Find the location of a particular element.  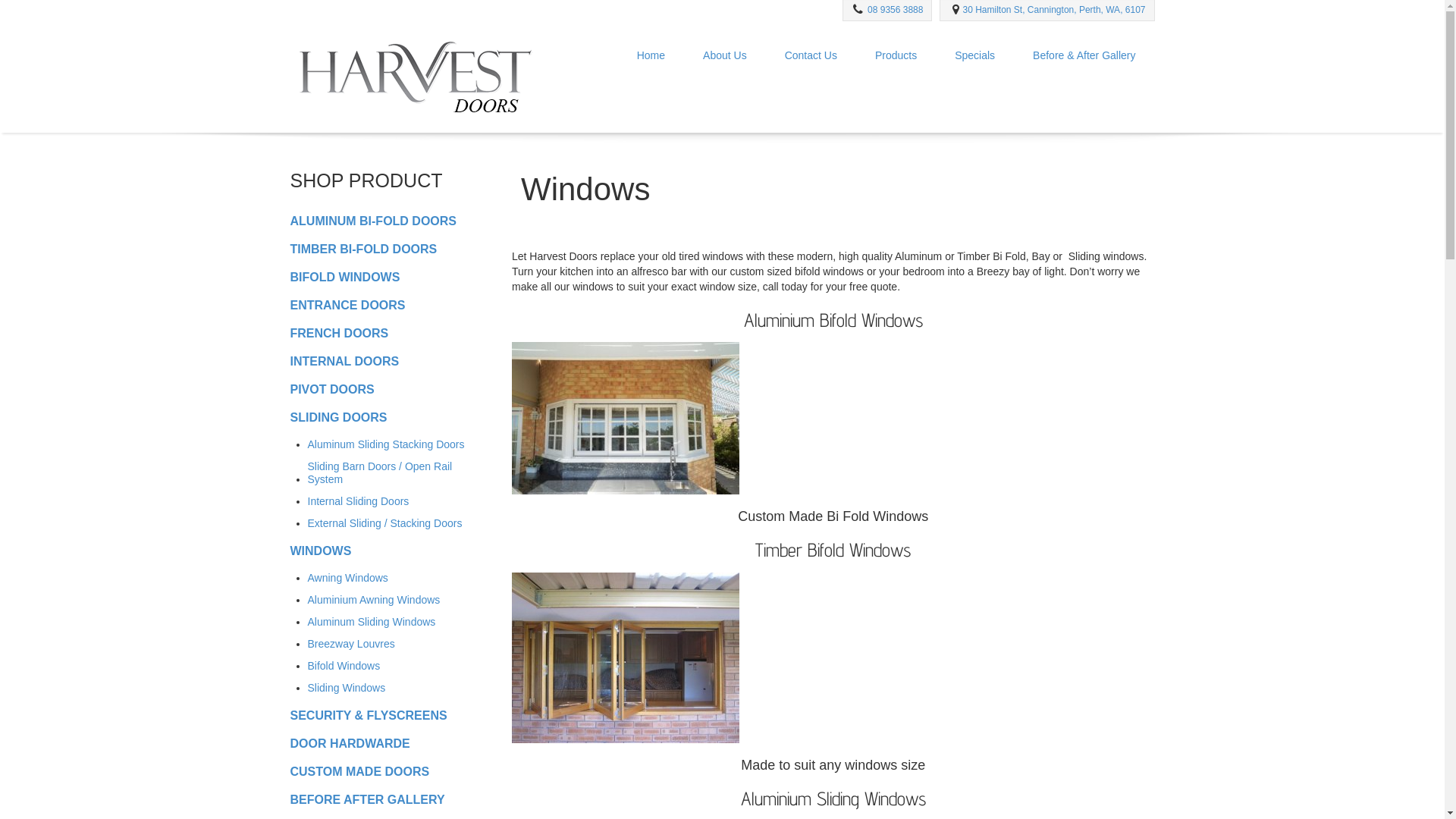

'PIVOT DOORS' is located at coordinates (331, 388).